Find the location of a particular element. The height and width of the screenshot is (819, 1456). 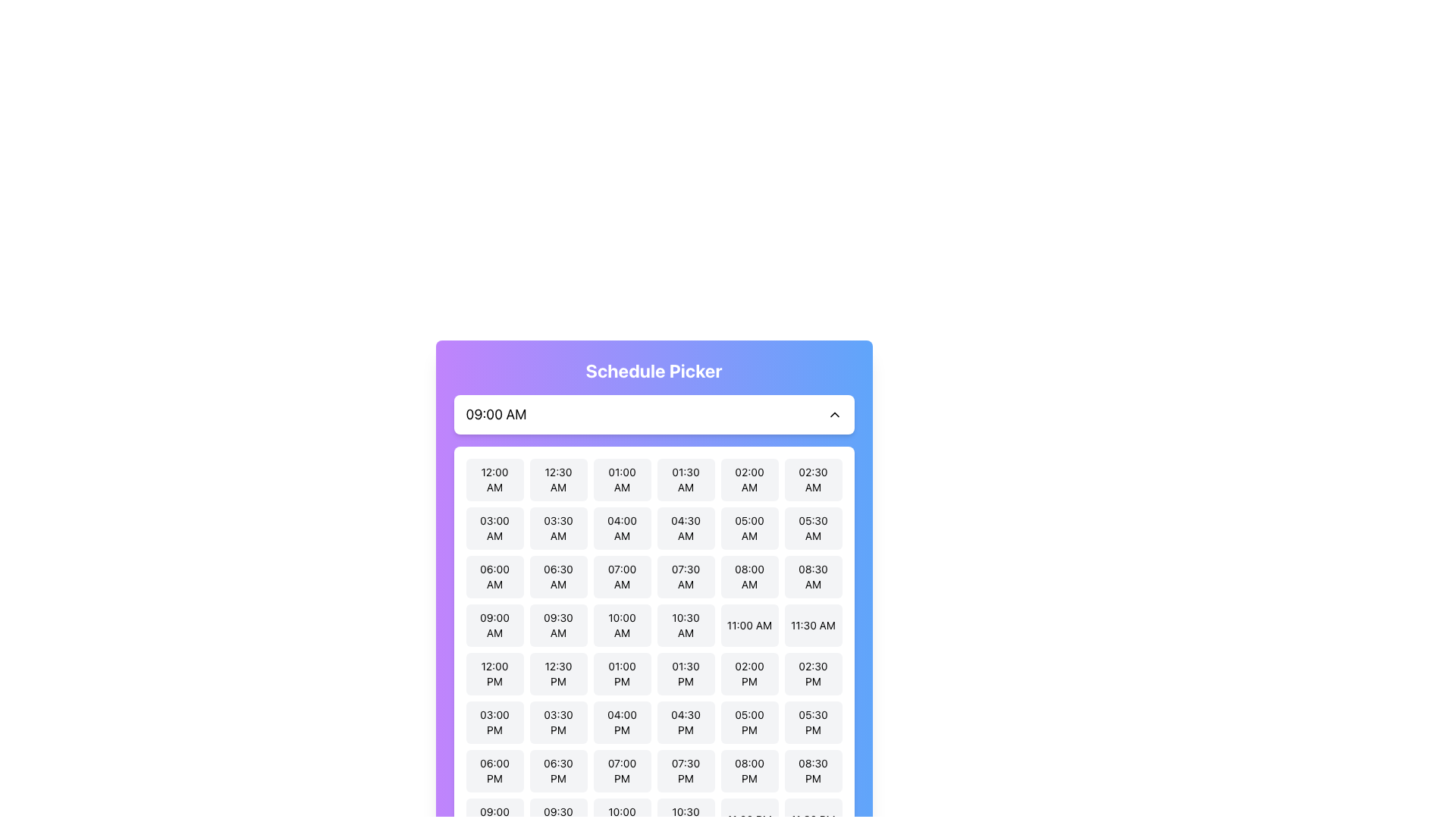

the '12:30 AM' selectable time option button located in the second column of the first row of the Schedule Picker interface is located at coordinates (557, 479).